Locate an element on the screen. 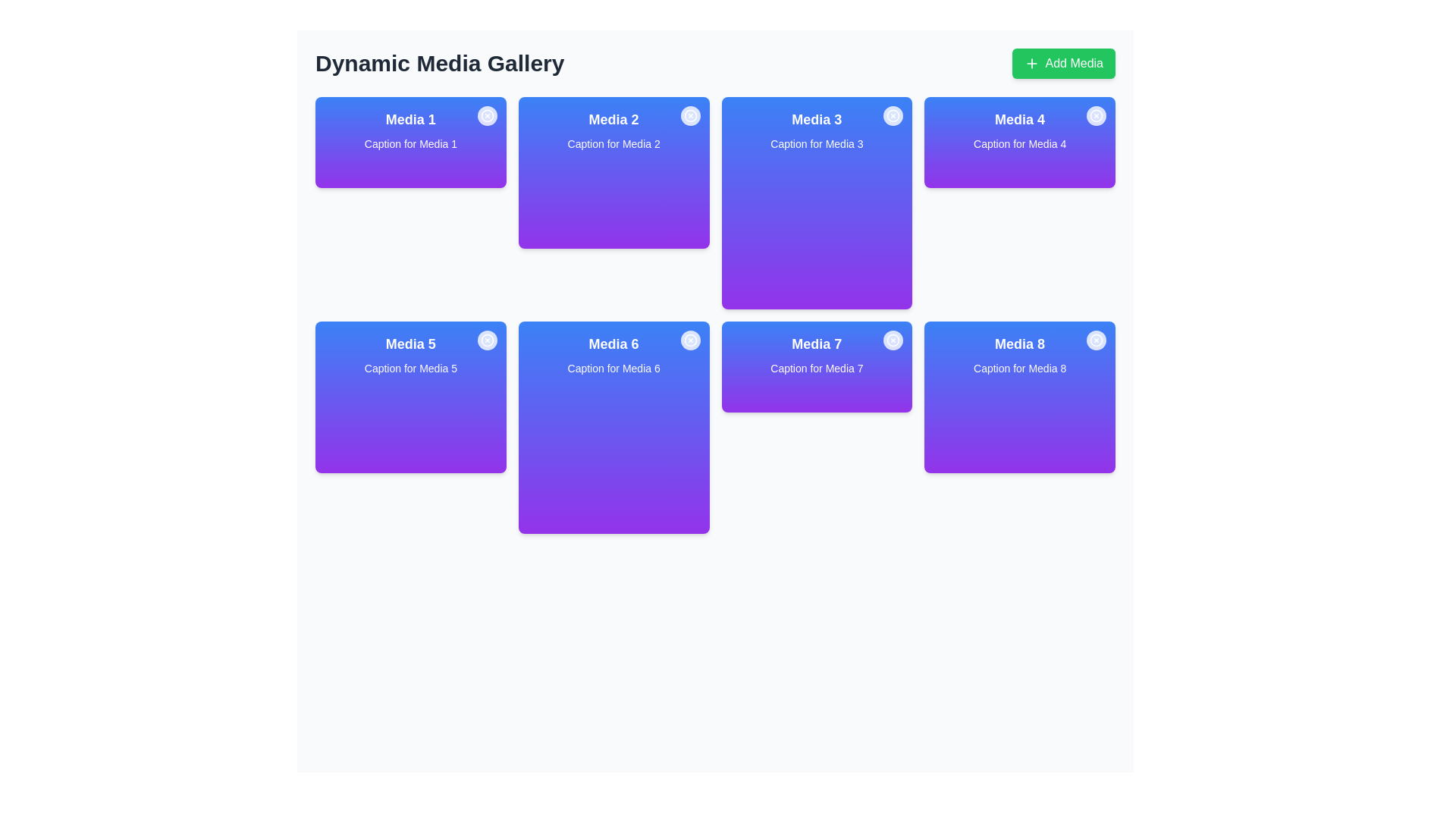  the delete button located at the top-right corner of the 'Media 7' card is located at coordinates (893, 339).